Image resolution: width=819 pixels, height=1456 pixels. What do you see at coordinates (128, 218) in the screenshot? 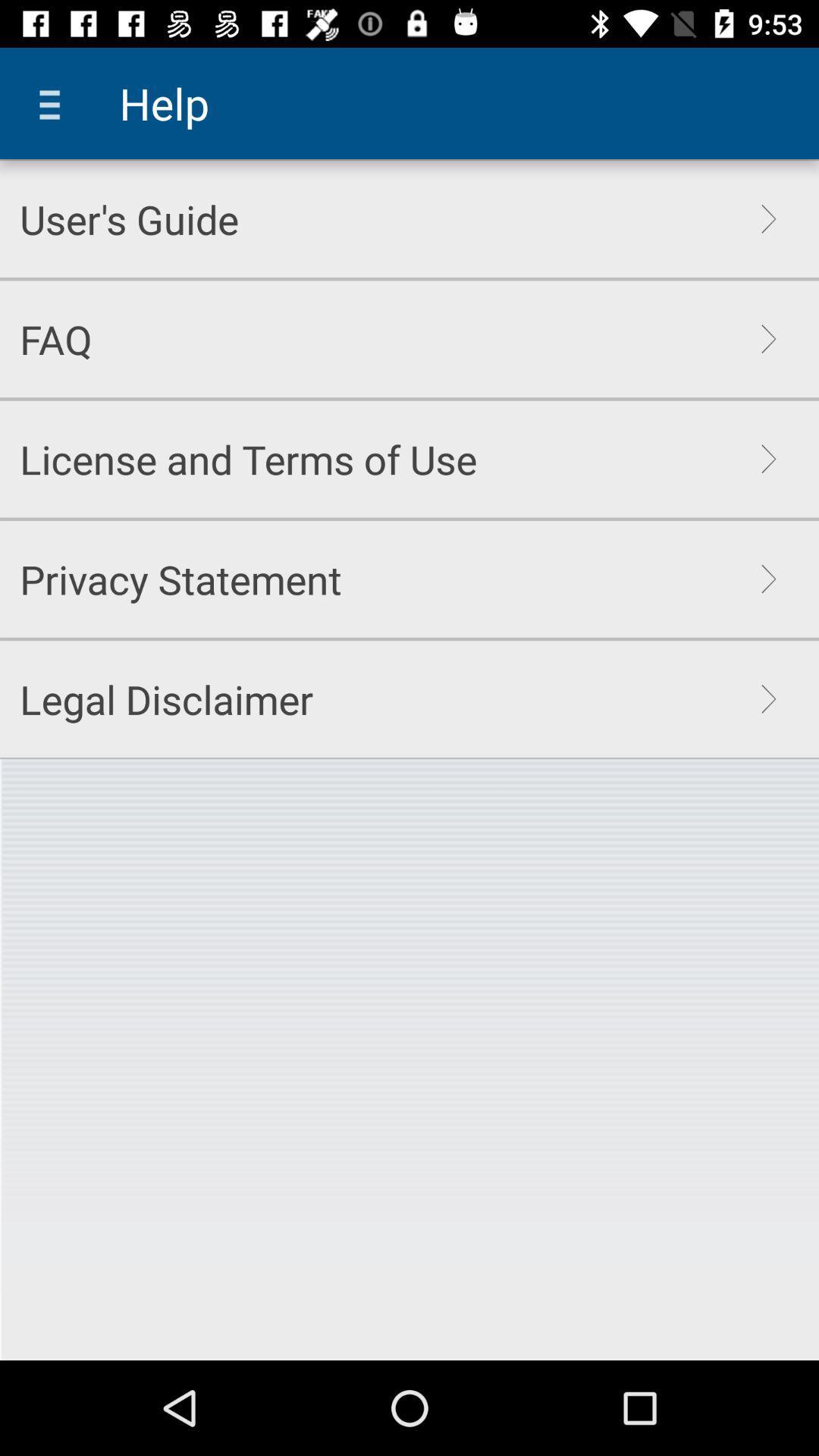
I see `the icon above the faq` at bounding box center [128, 218].